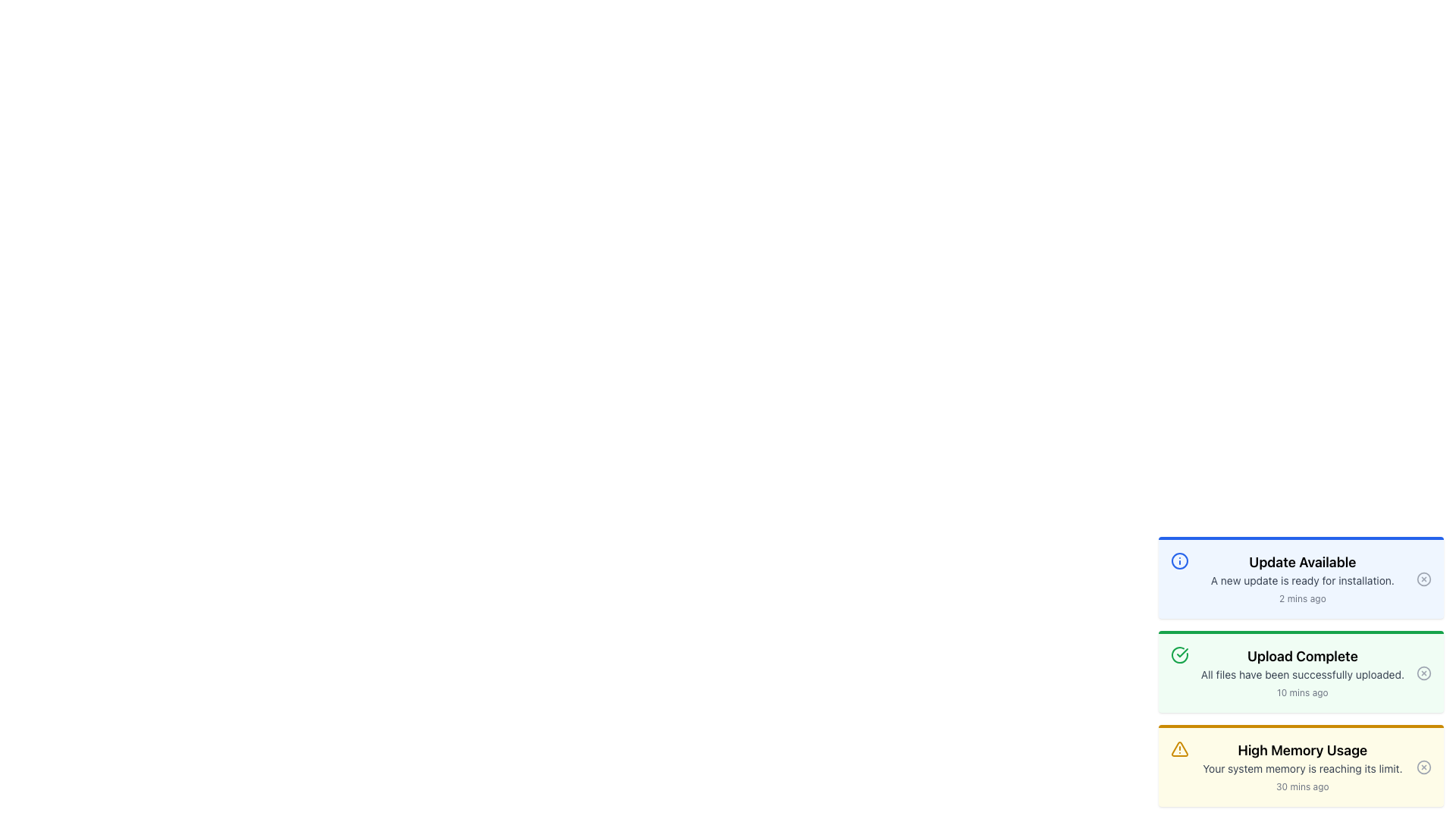 This screenshot has width=1456, height=819. What do you see at coordinates (1301, 580) in the screenshot?
I see `the static text element that provides information about the system update, located beneath the 'Update Available' header` at bounding box center [1301, 580].